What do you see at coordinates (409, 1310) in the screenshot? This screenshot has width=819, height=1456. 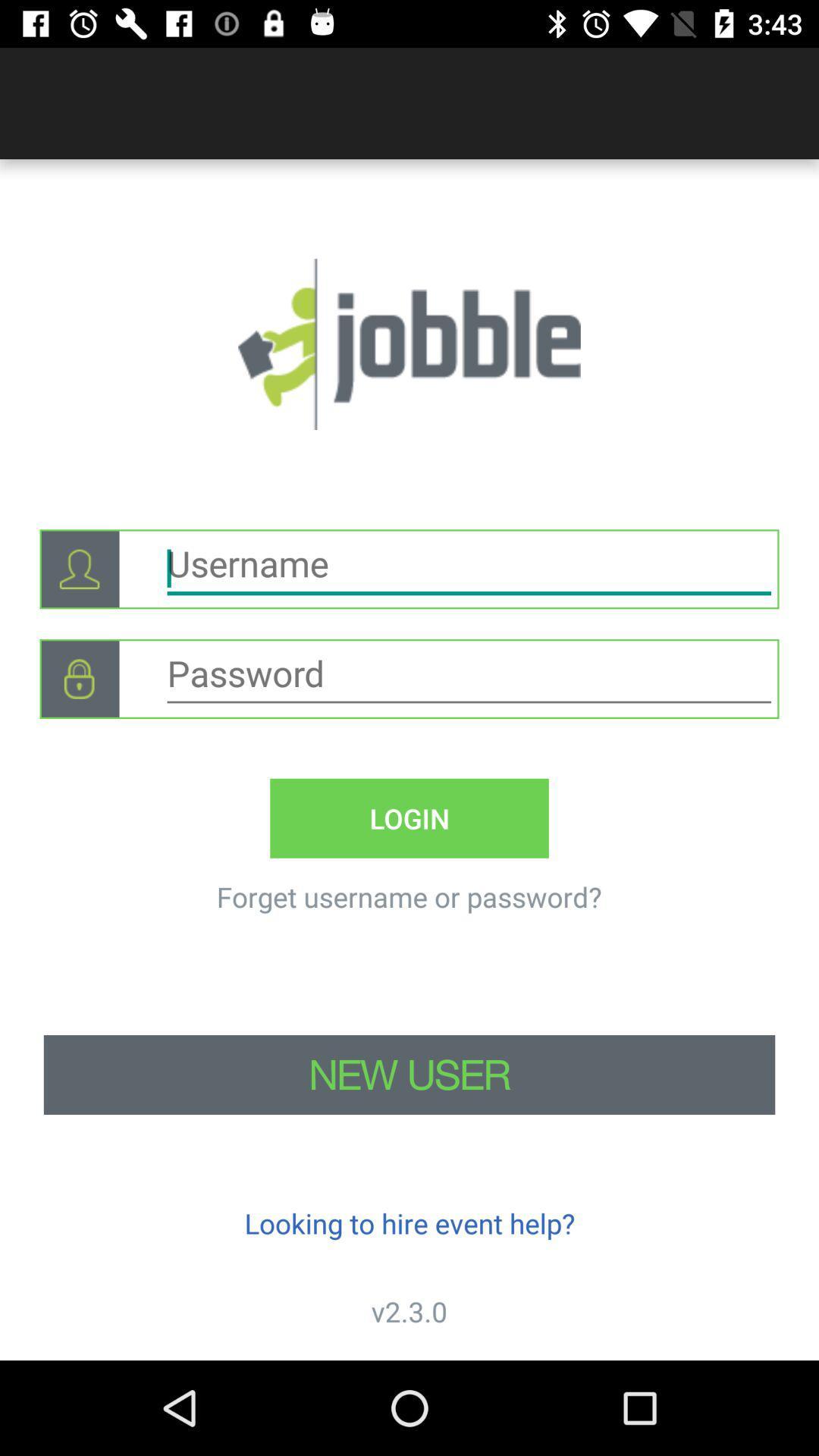 I see `v2.3.0` at bounding box center [409, 1310].